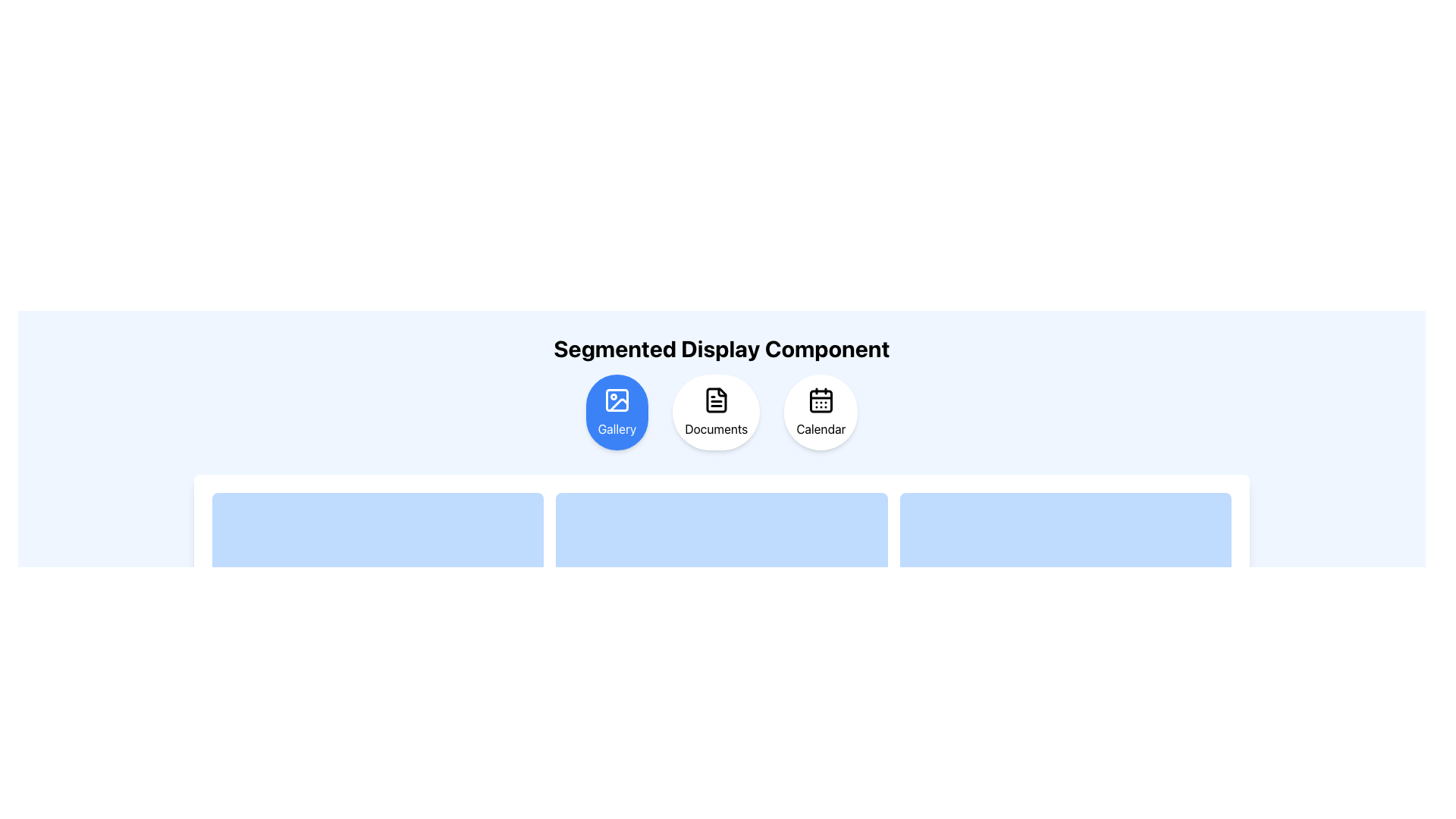 The width and height of the screenshot is (1456, 819). What do you see at coordinates (720, 348) in the screenshot?
I see `the Text label that serves as a descriptive heading for the content section, positioned above the interactive icons 'Gallery,' 'Documents,' and 'Calendar.'` at bounding box center [720, 348].